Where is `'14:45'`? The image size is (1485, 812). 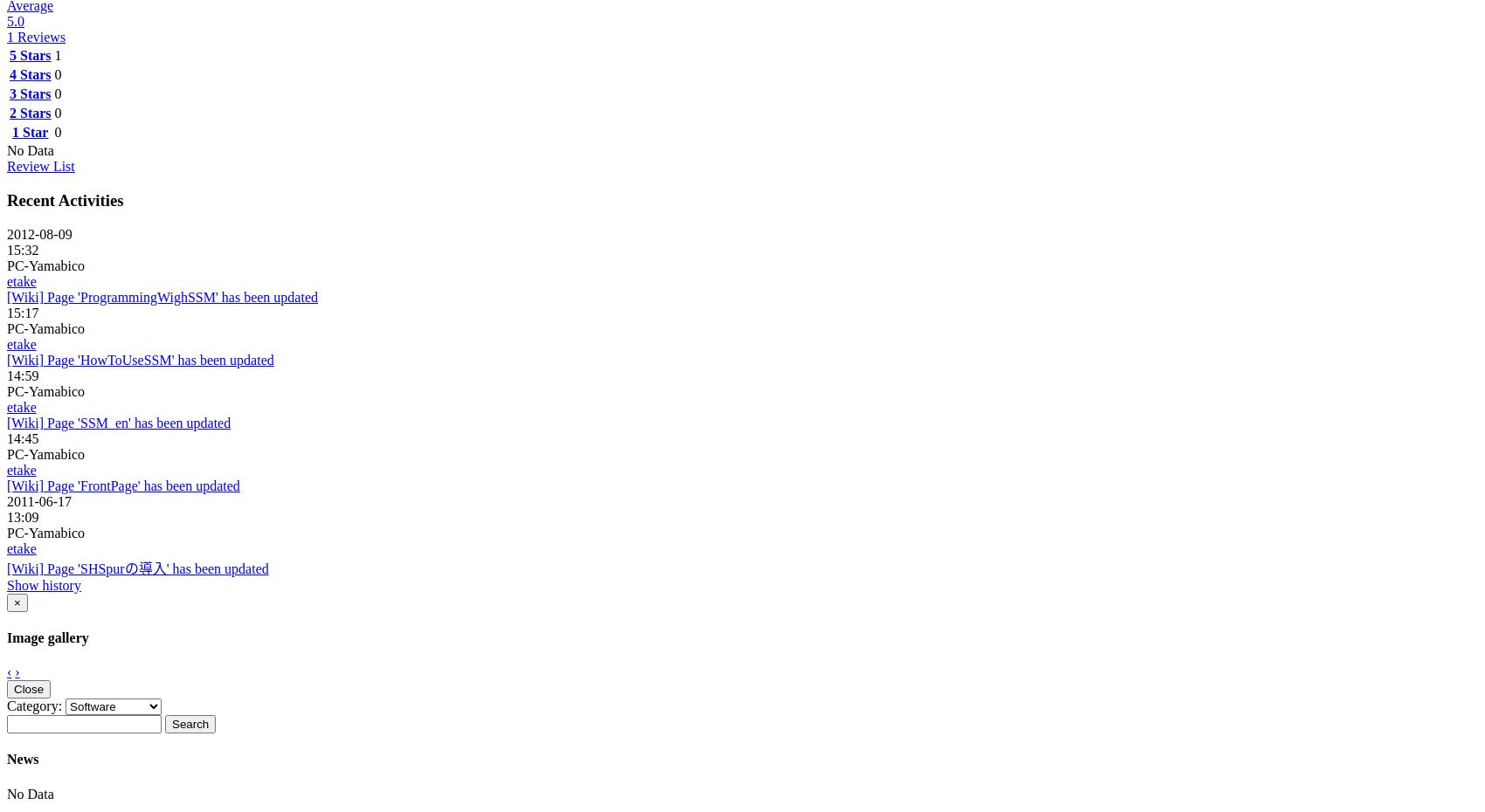
'14:45' is located at coordinates (23, 437).